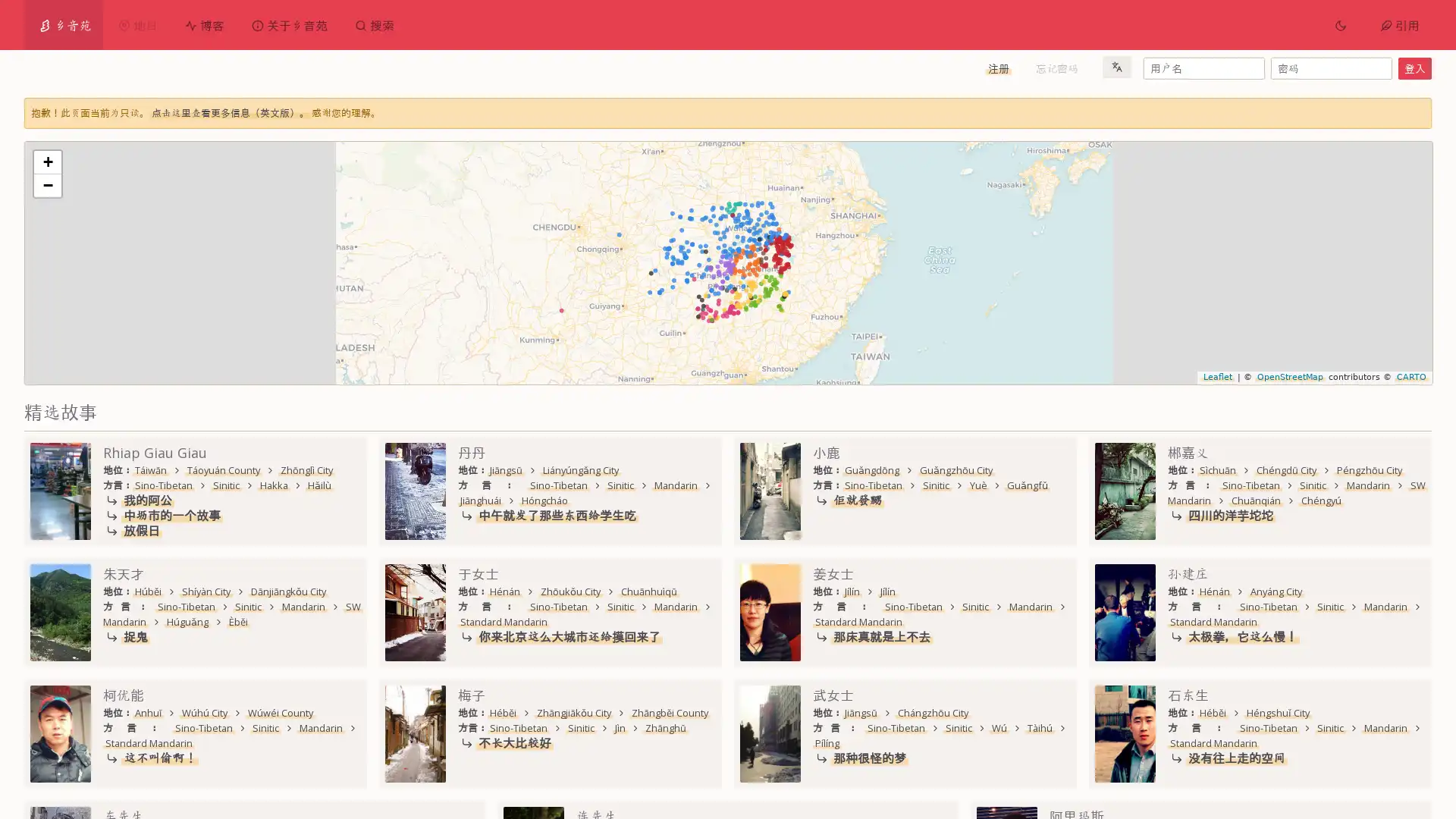 The image size is (1456, 819). I want to click on Zoom out, so click(47, 184).